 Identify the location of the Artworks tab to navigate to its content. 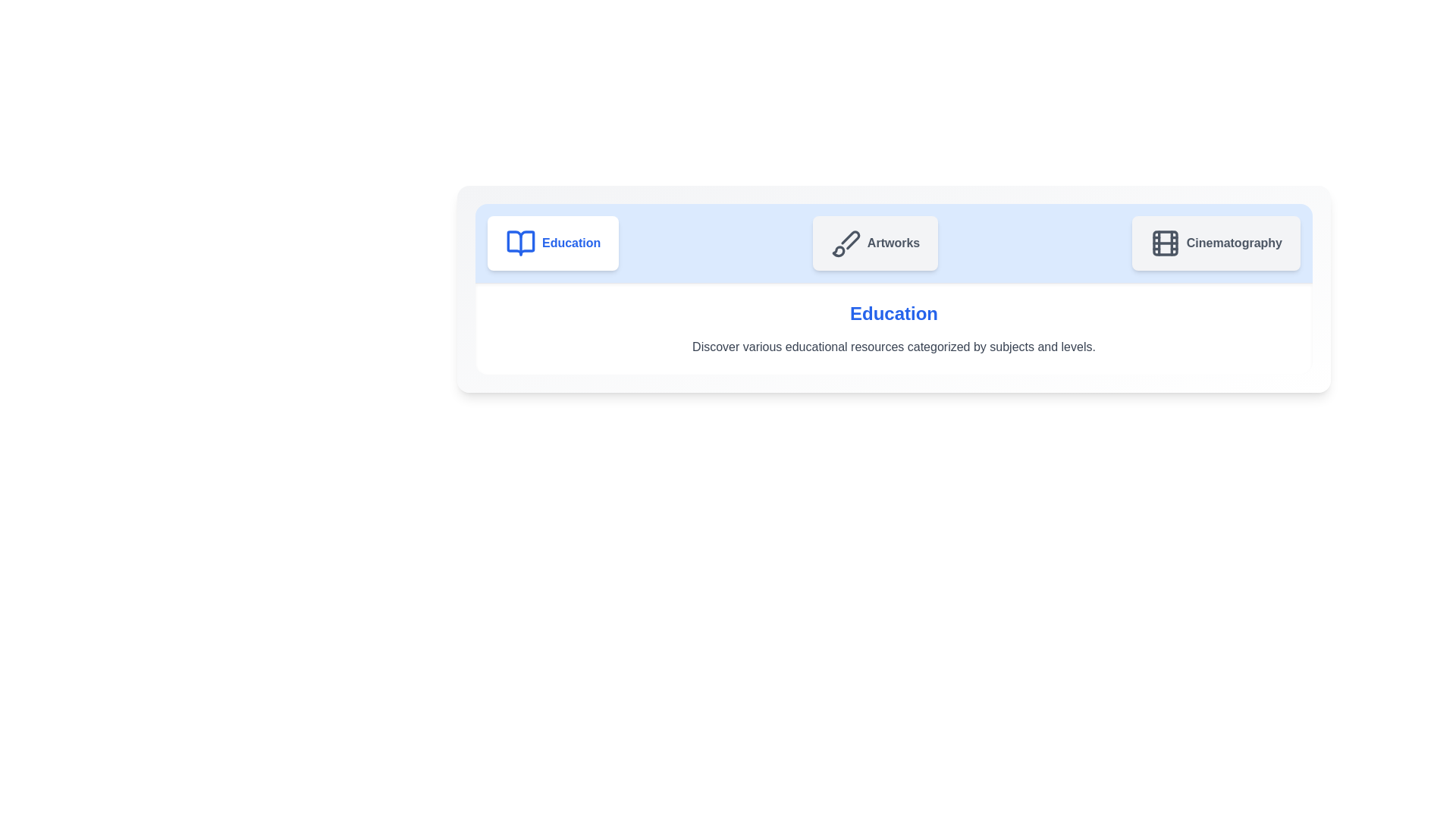
(875, 242).